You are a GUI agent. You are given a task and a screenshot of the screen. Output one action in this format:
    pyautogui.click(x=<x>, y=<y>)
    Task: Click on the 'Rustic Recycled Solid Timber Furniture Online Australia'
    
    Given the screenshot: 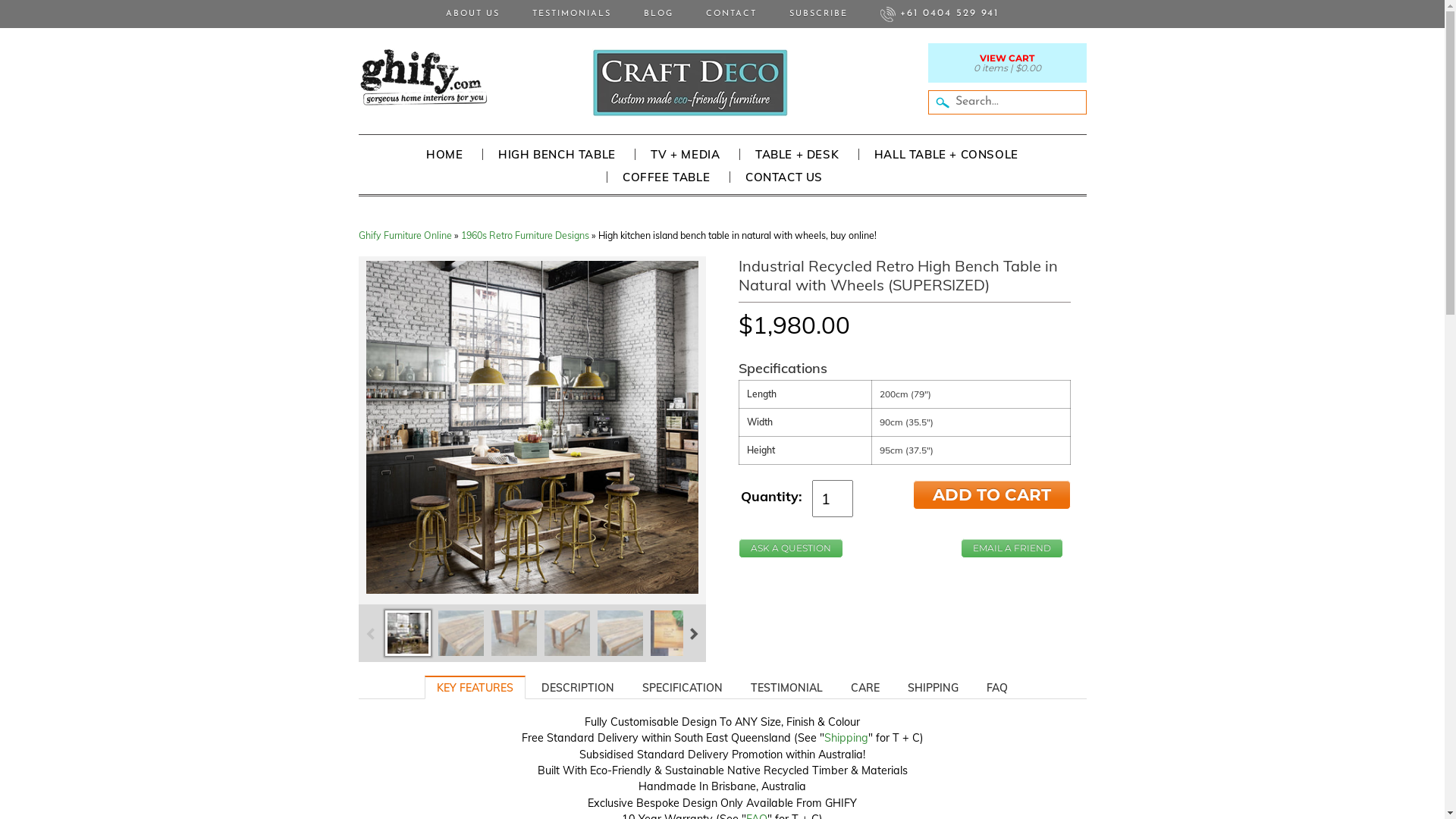 What is the action you would take?
    pyautogui.click(x=422, y=77)
    